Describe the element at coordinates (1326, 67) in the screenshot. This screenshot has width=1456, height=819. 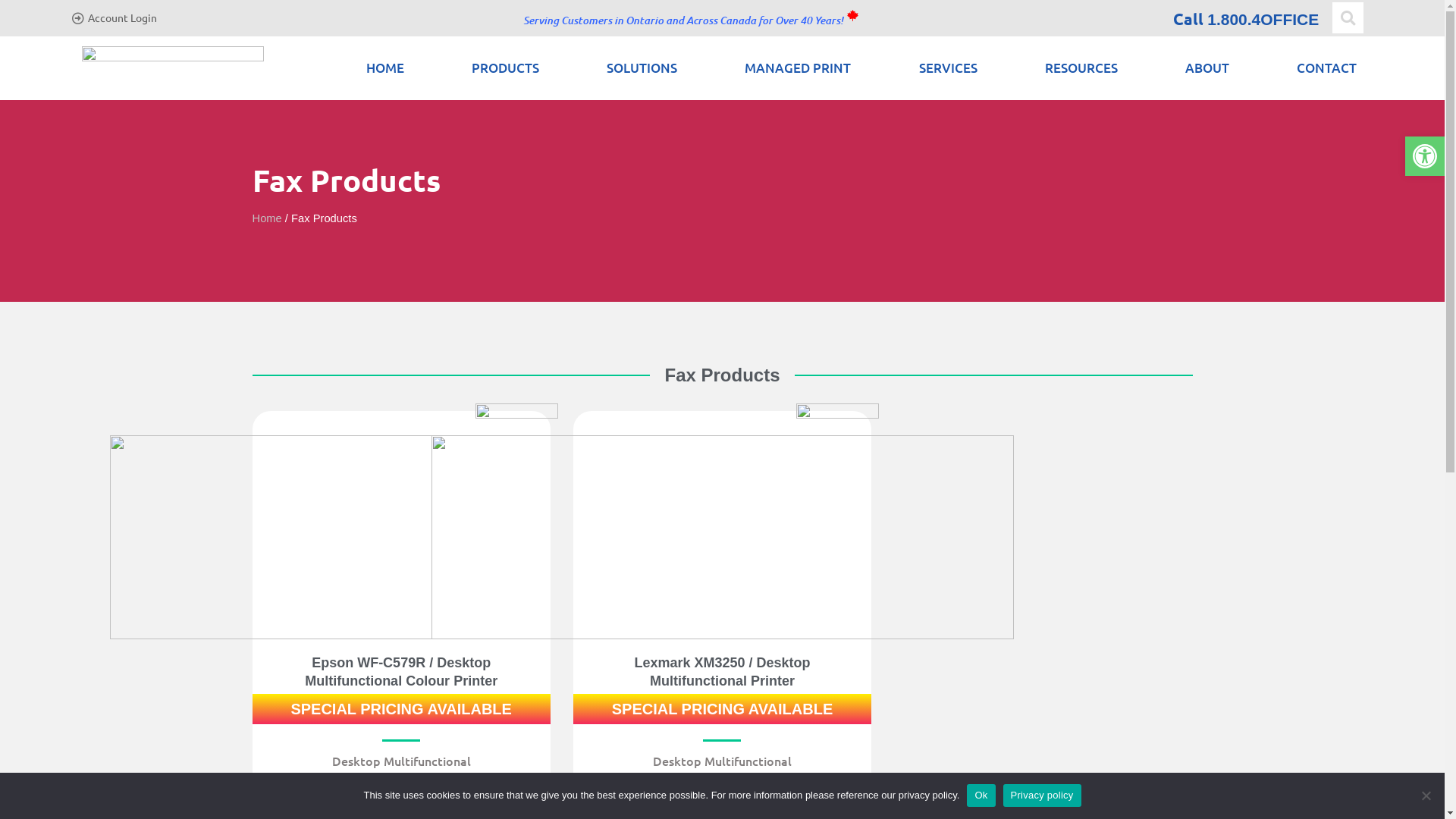
I see `'CONTACT'` at that location.